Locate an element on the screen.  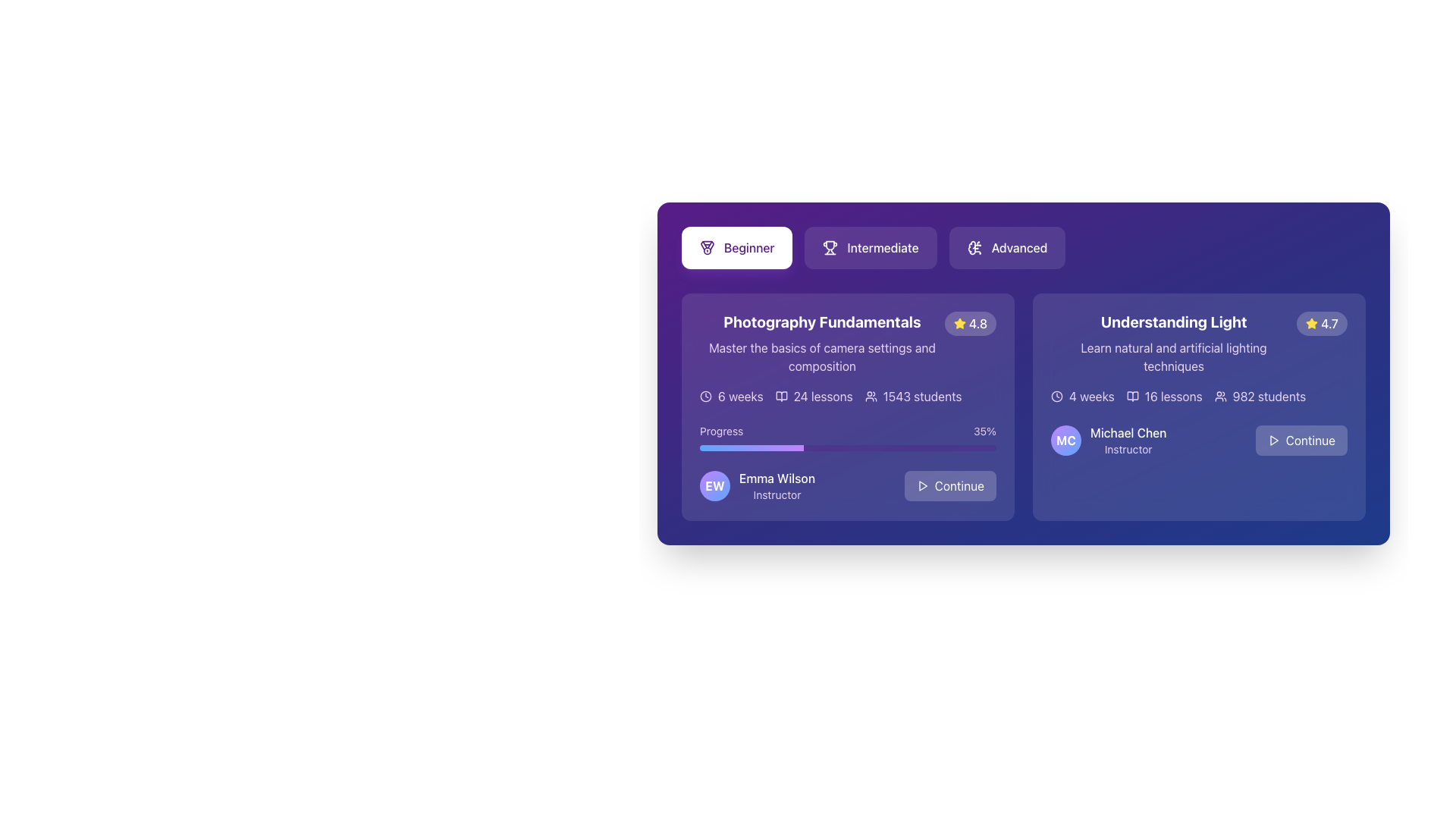
the '6 weeks' text and clock icon pair, which is the first element under the 'Photography Fundamentals' section is located at coordinates (731, 396).